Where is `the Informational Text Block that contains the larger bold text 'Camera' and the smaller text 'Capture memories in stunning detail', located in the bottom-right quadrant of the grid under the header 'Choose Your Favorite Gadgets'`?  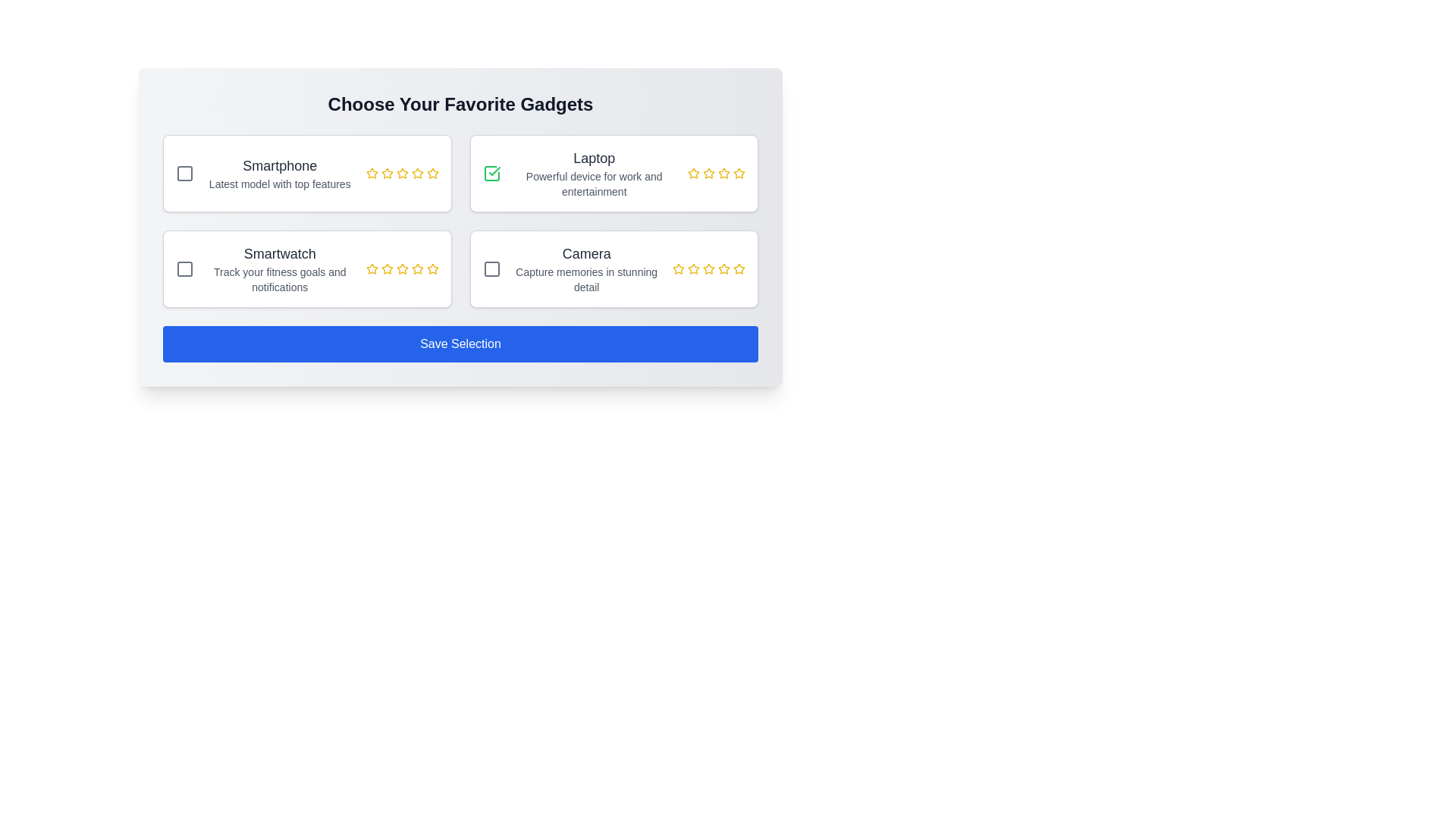
the Informational Text Block that contains the larger bold text 'Camera' and the smaller text 'Capture memories in stunning detail', located in the bottom-right quadrant of the grid under the header 'Choose Your Favorite Gadgets' is located at coordinates (585, 268).